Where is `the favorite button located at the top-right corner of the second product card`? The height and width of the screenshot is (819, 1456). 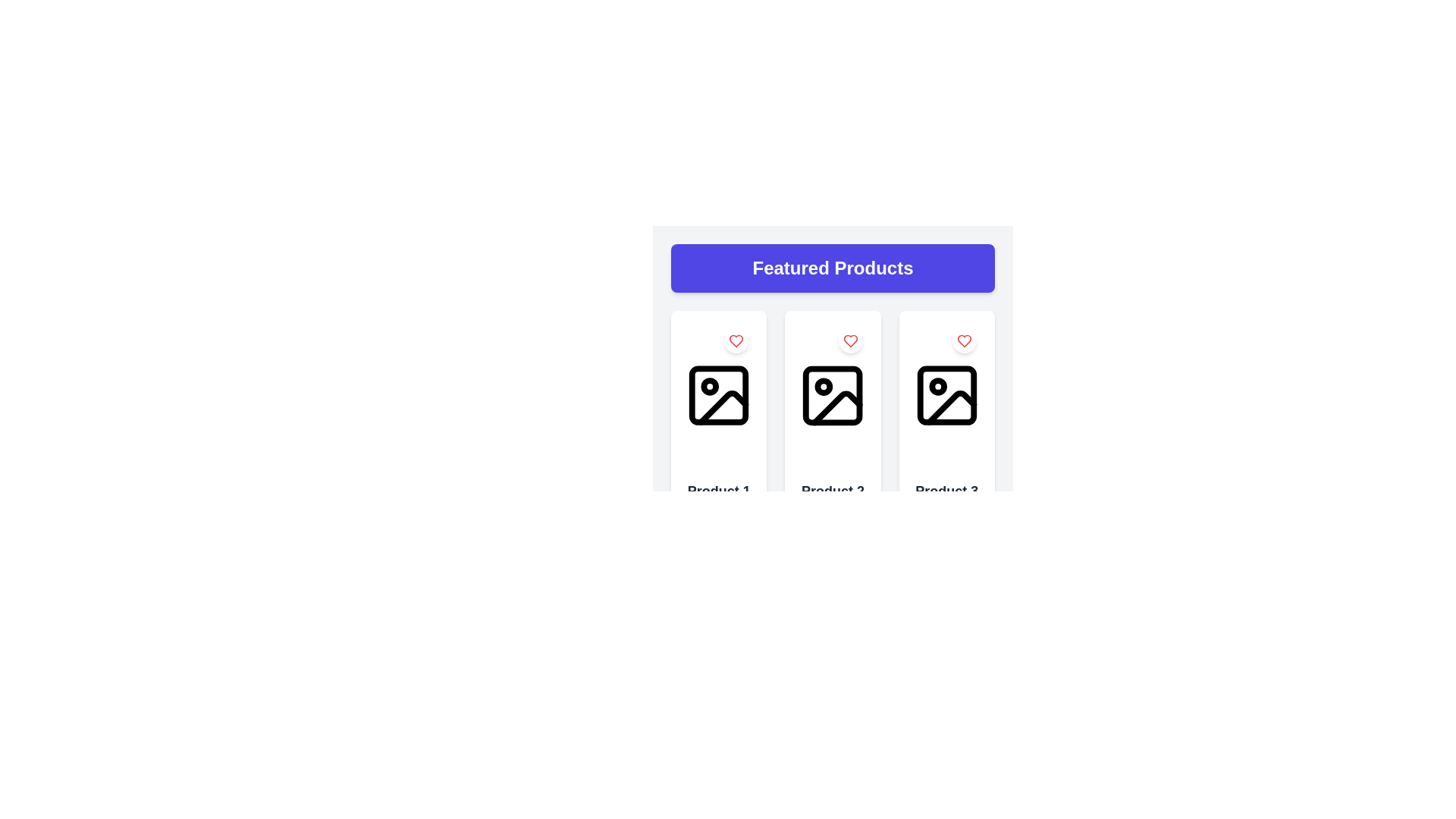
the favorite button located at the top-right corner of the second product card is located at coordinates (850, 341).